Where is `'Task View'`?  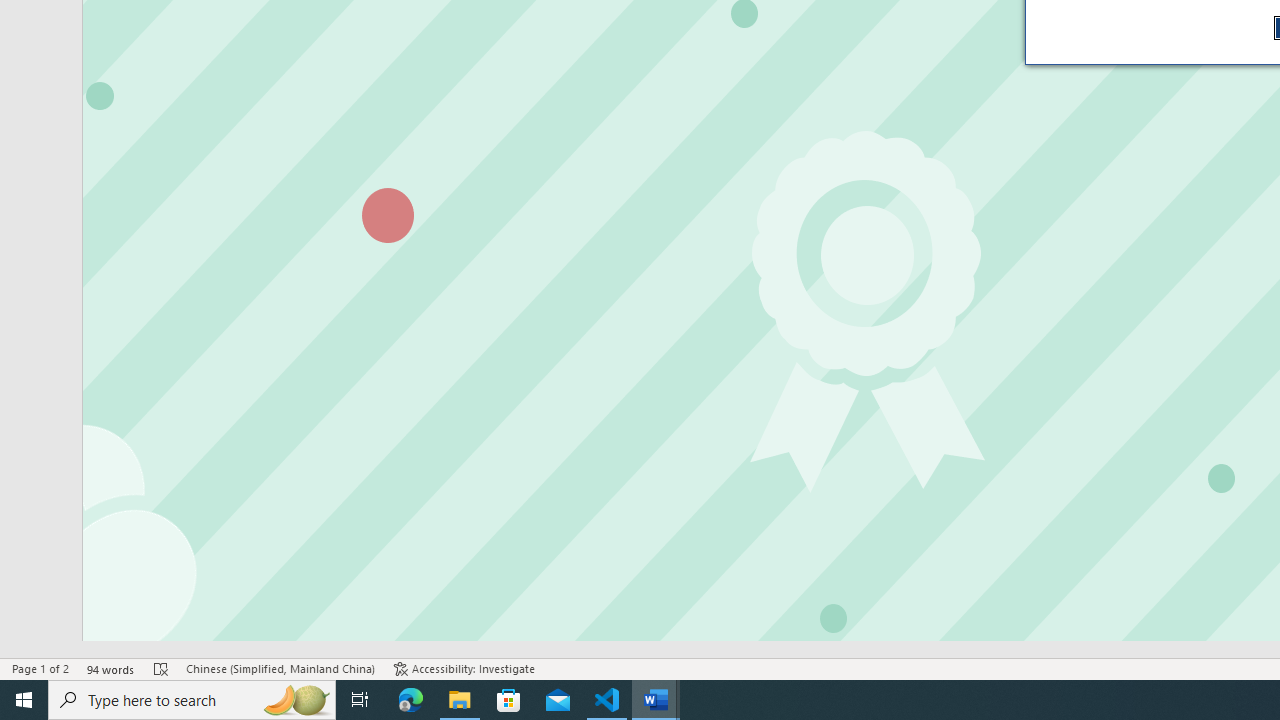 'Task View' is located at coordinates (359, 698).